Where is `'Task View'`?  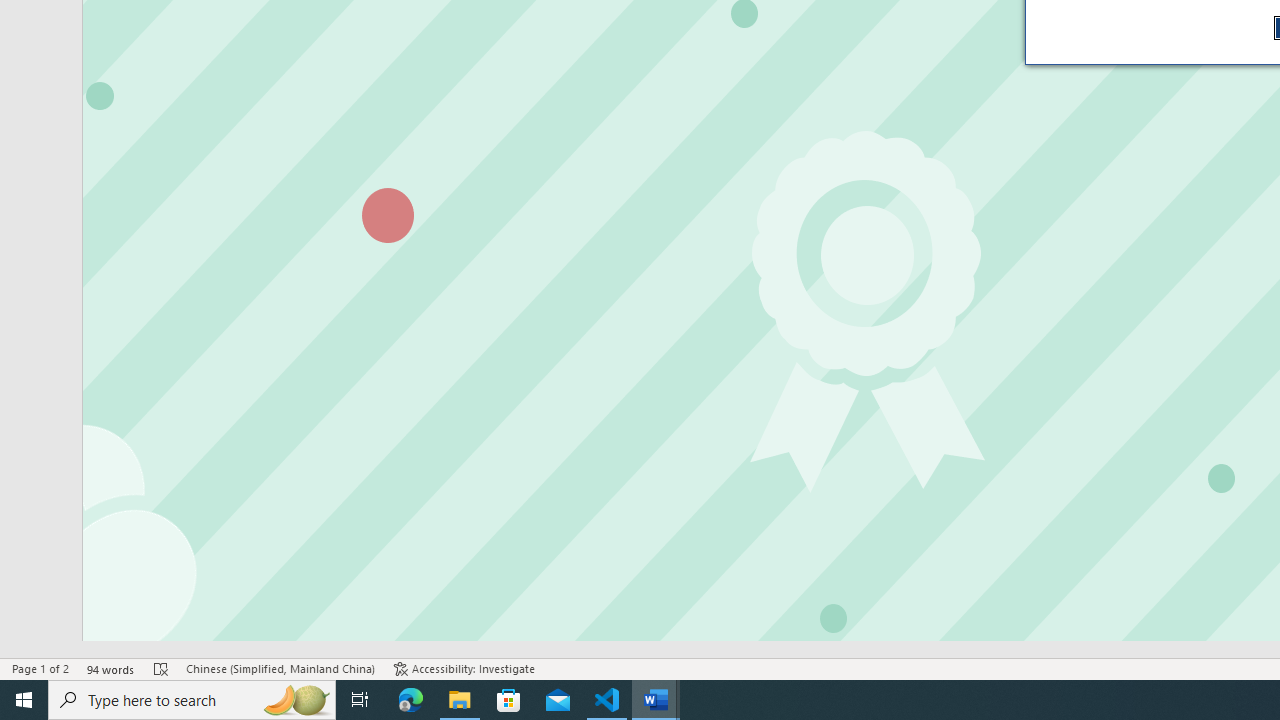 'Task View' is located at coordinates (359, 698).